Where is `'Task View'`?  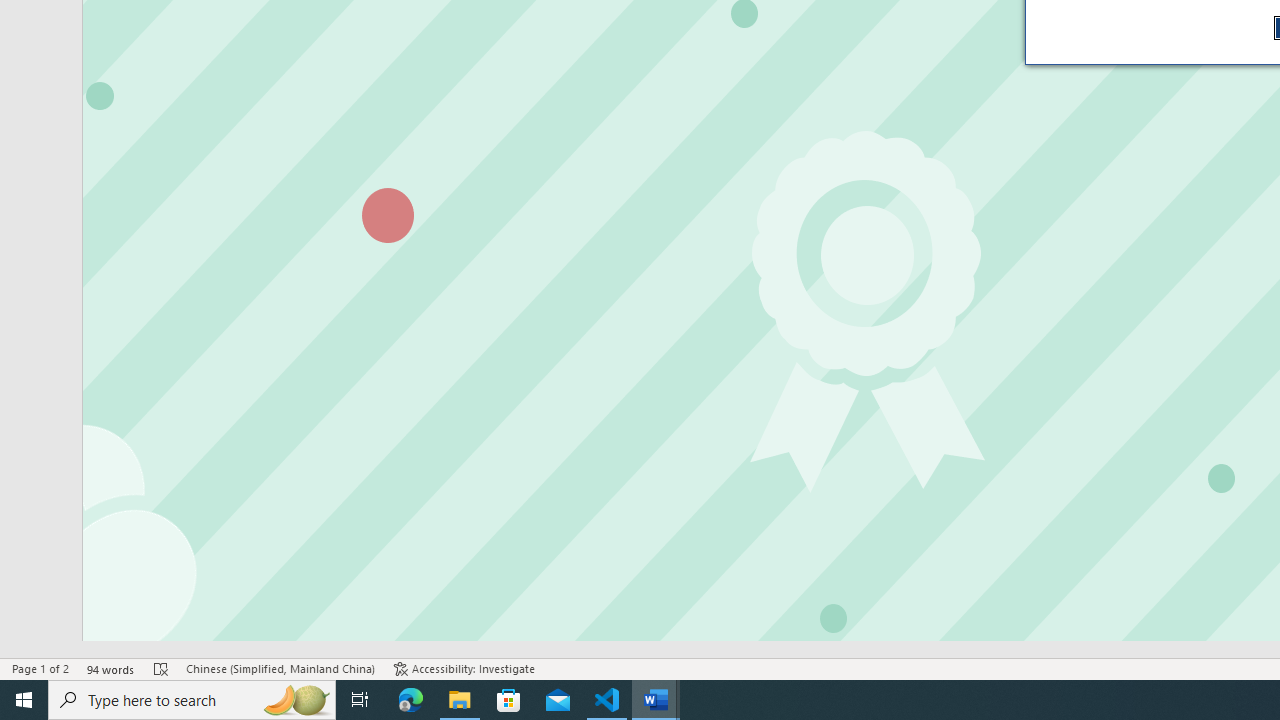 'Task View' is located at coordinates (359, 698).